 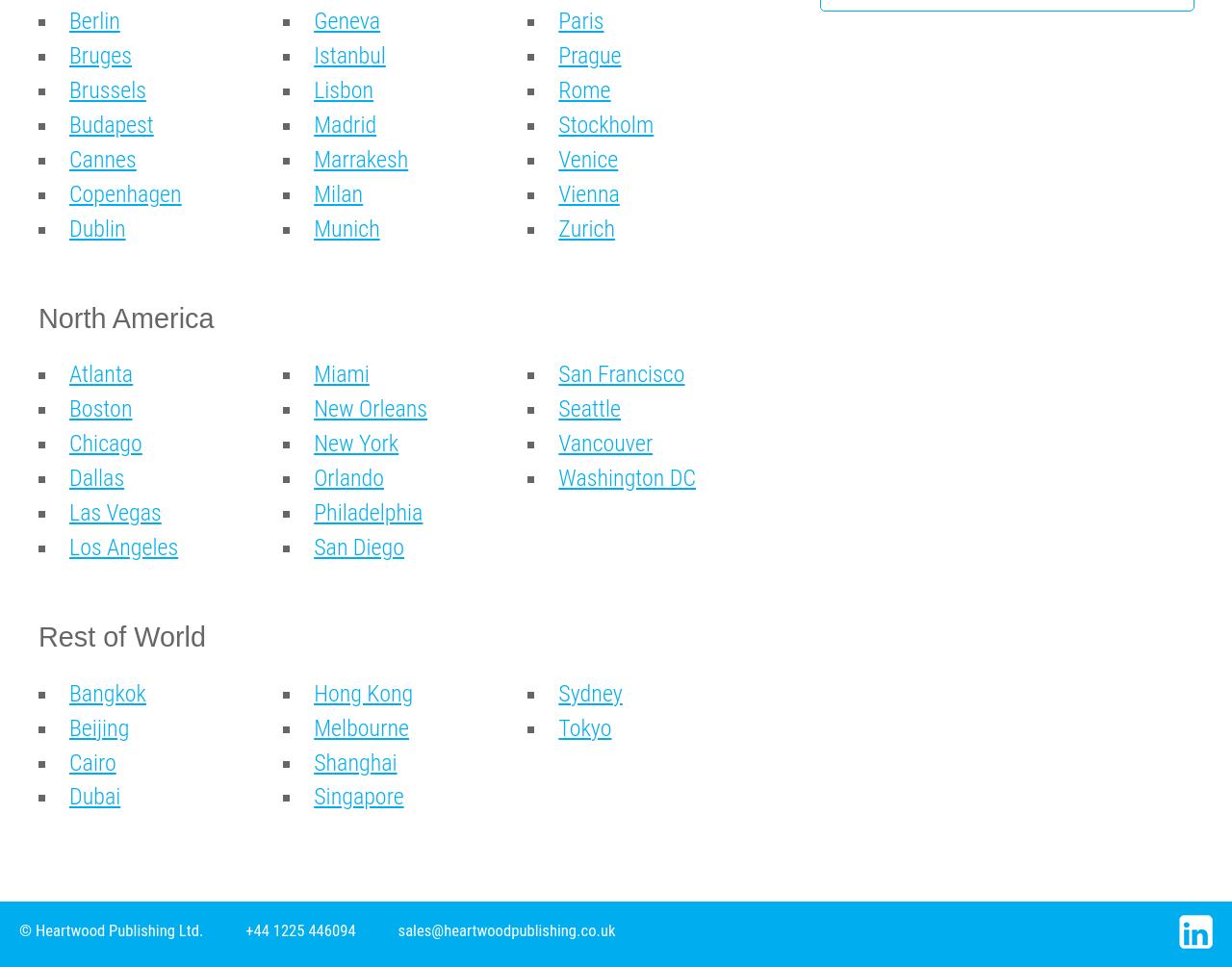 What do you see at coordinates (583, 726) in the screenshot?
I see `'Tokyo'` at bounding box center [583, 726].